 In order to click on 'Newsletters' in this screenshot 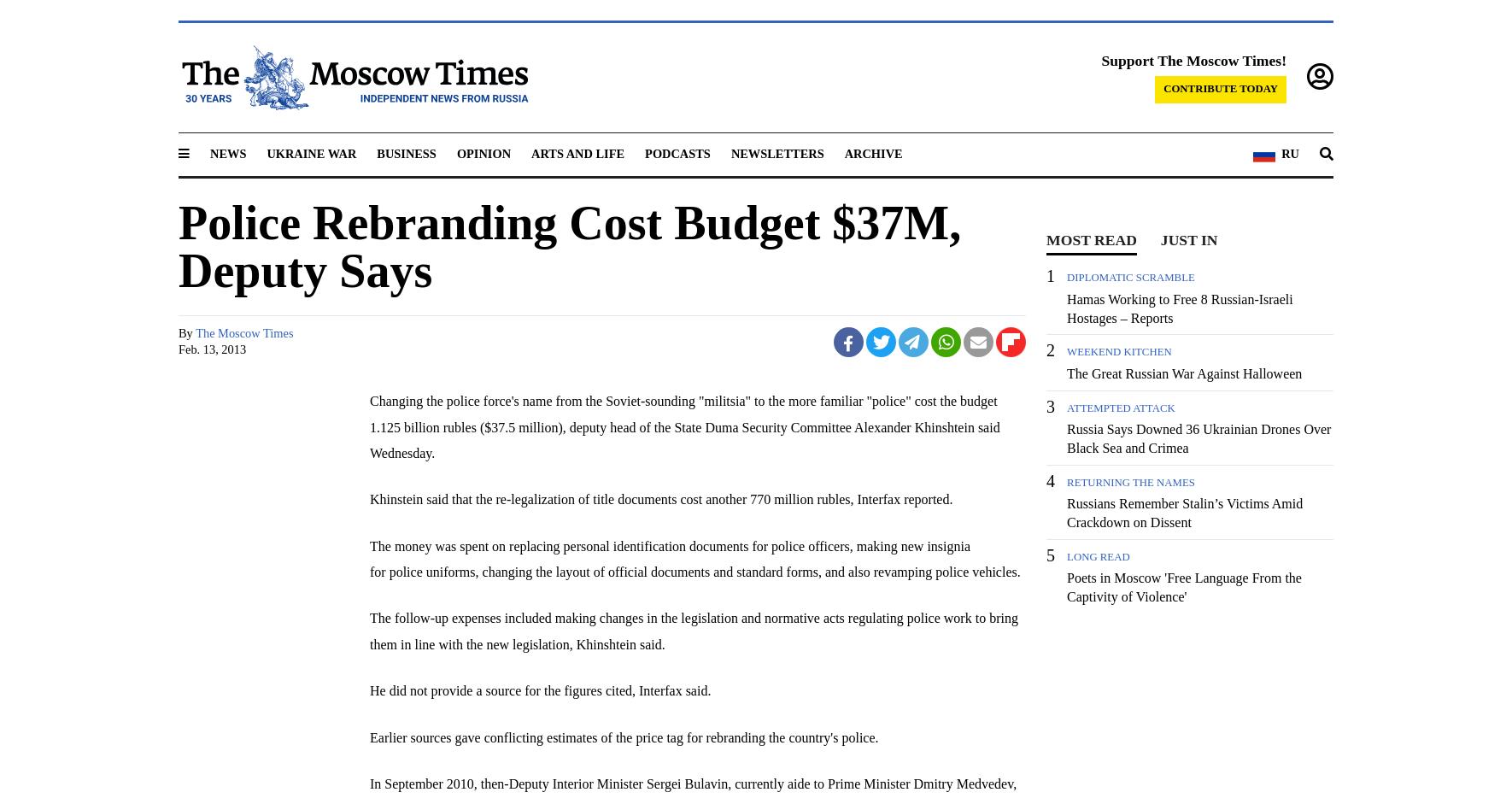, I will do `click(776, 154)`.